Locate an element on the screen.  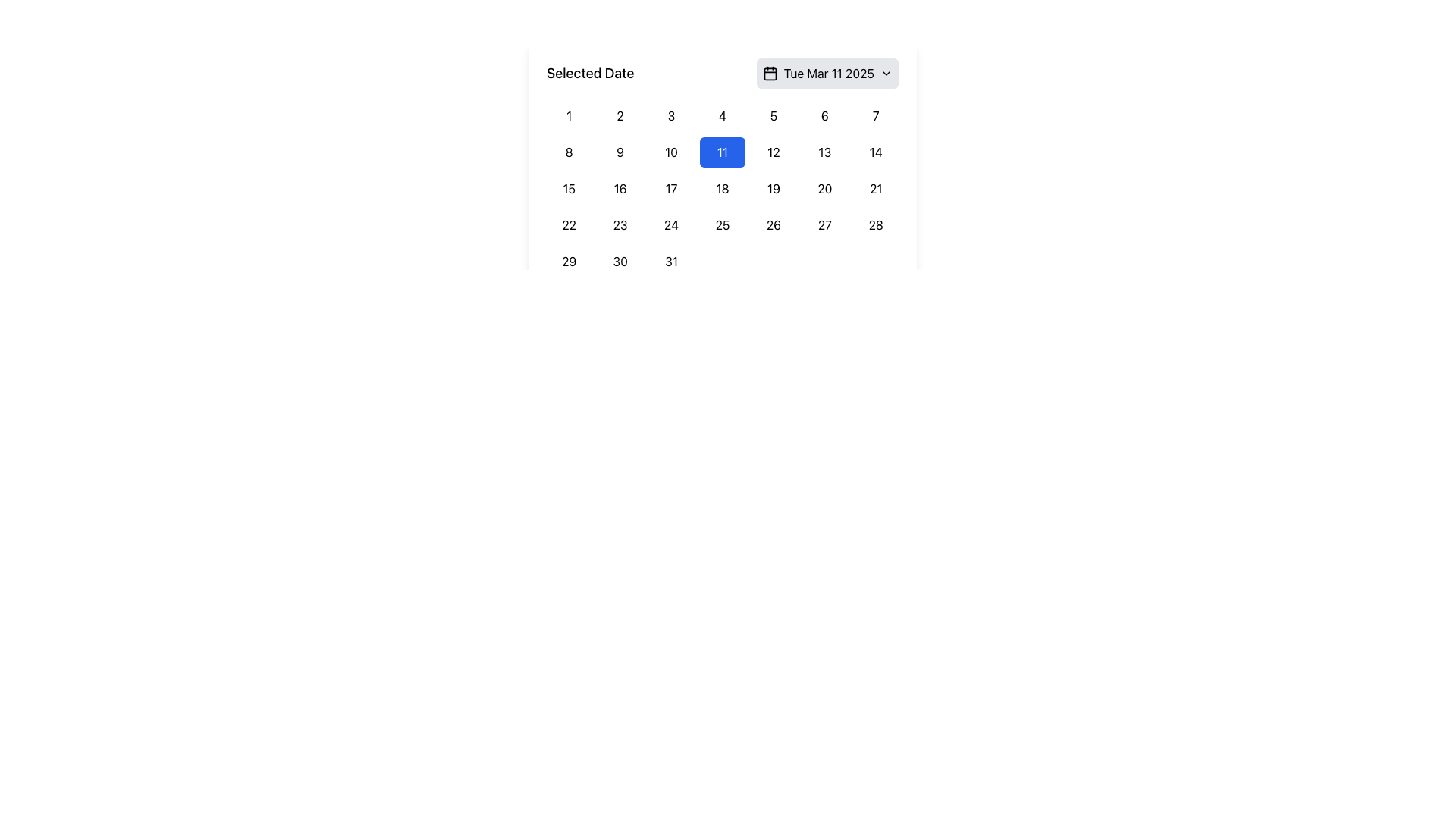
the calendar day button labeled '17' located in the middle row and third column of the grid layout is located at coordinates (670, 188).